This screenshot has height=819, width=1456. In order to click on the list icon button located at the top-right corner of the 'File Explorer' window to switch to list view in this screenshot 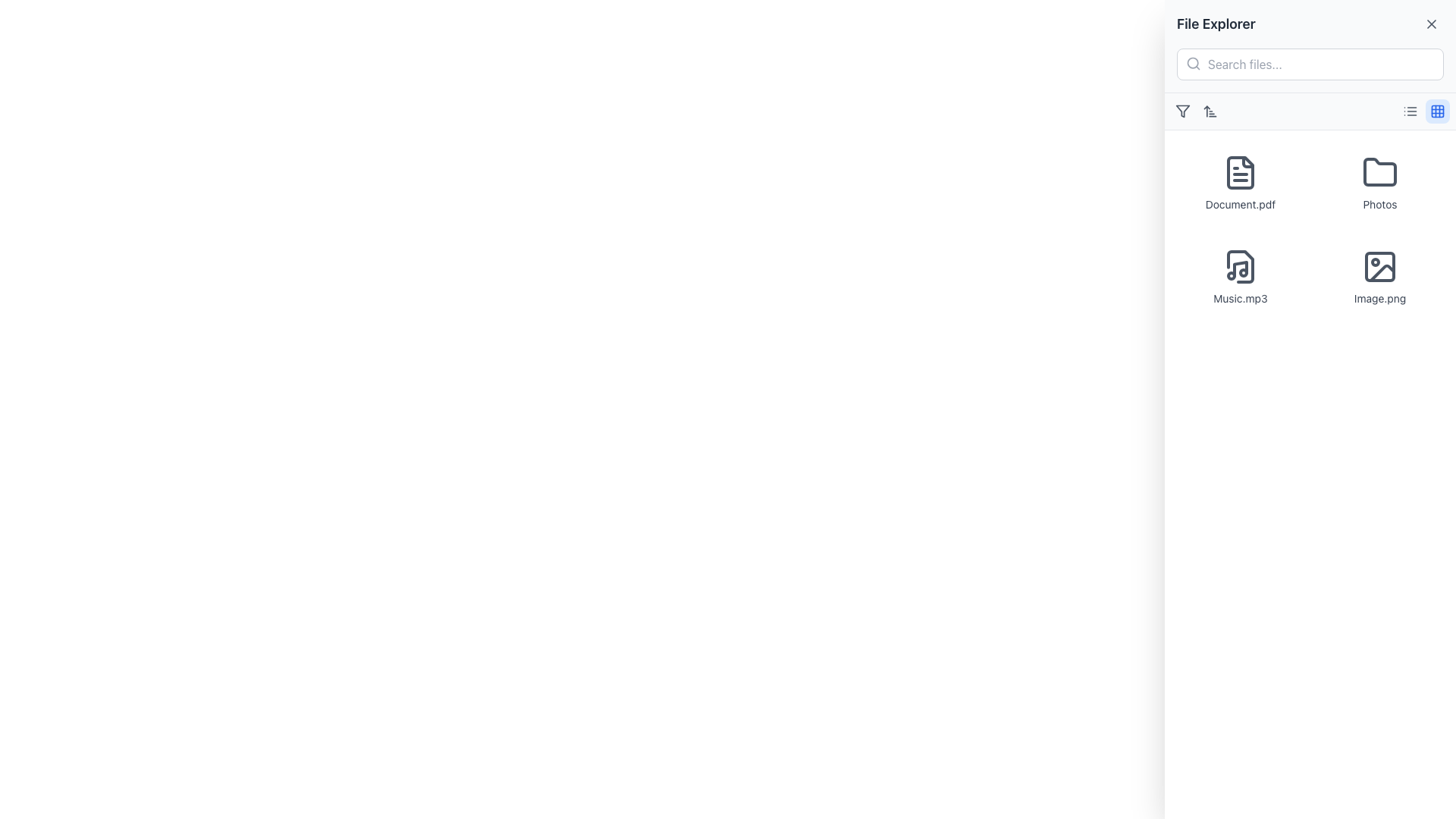, I will do `click(1410, 110)`.